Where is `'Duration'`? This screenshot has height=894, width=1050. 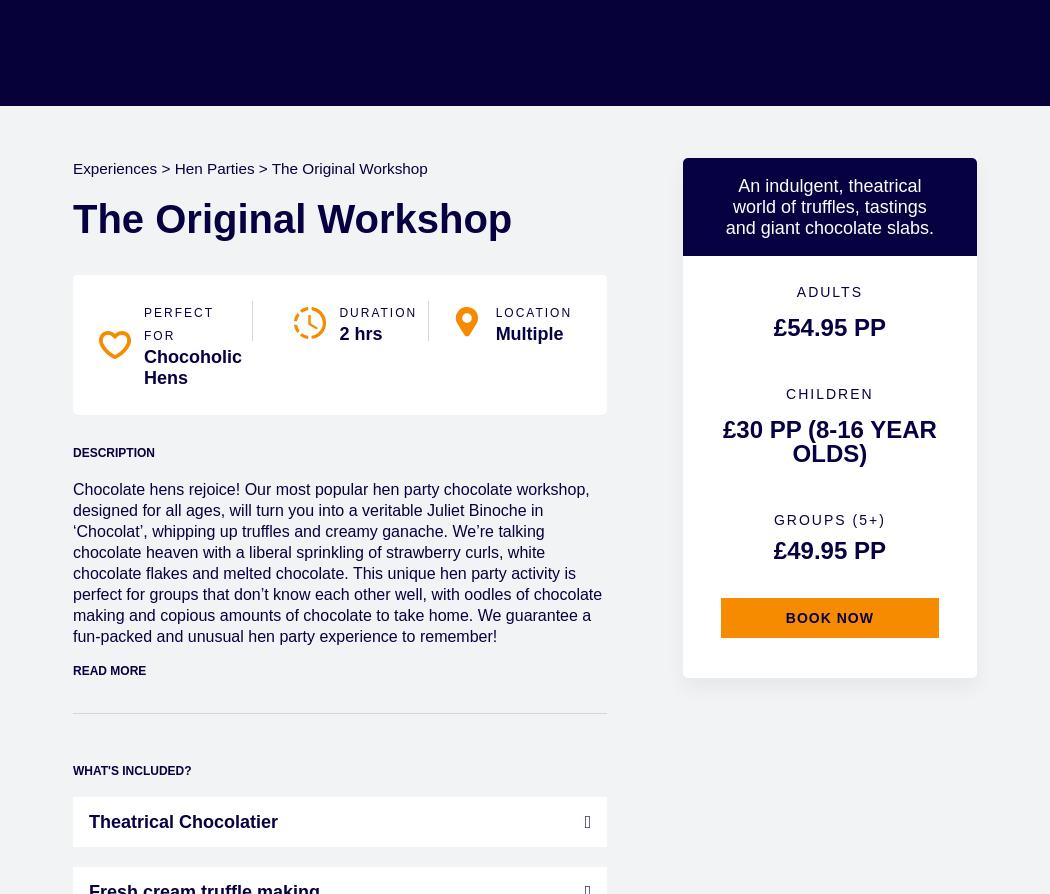
'Duration' is located at coordinates (378, 311).